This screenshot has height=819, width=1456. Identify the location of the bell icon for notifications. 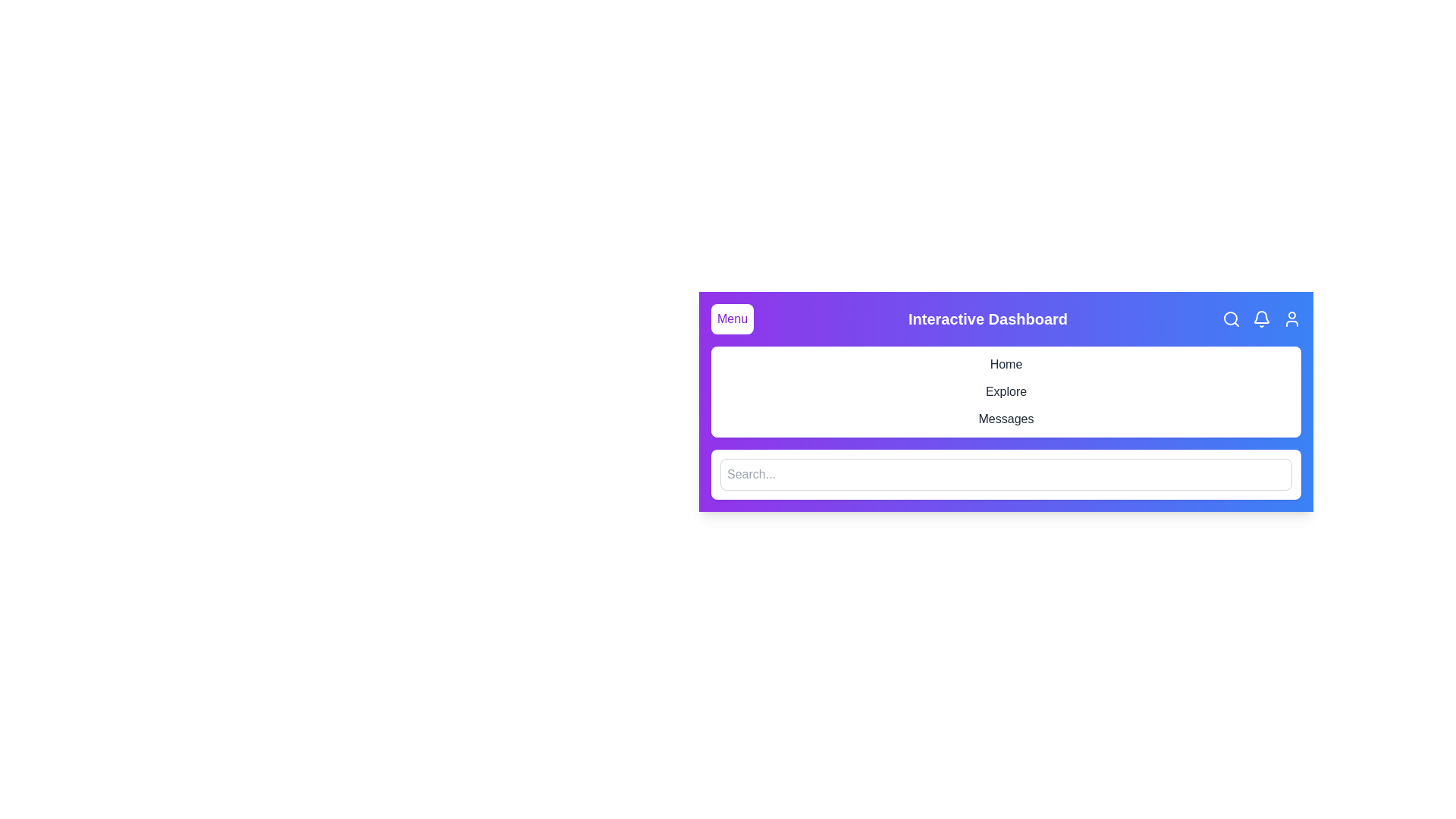
(1262, 318).